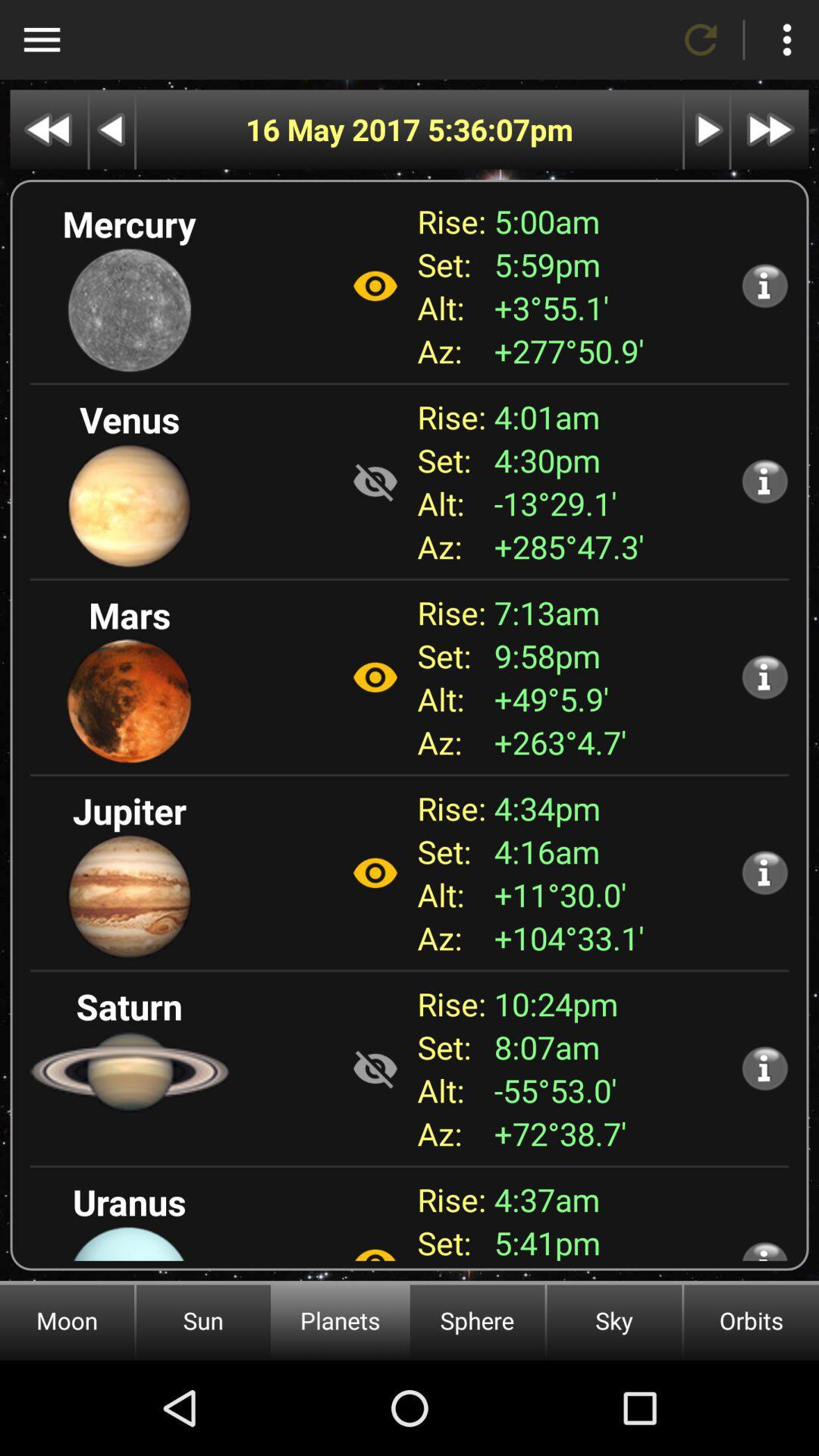  What do you see at coordinates (41, 39) in the screenshot?
I see `the menu icon` at bounding box center [41, 39].